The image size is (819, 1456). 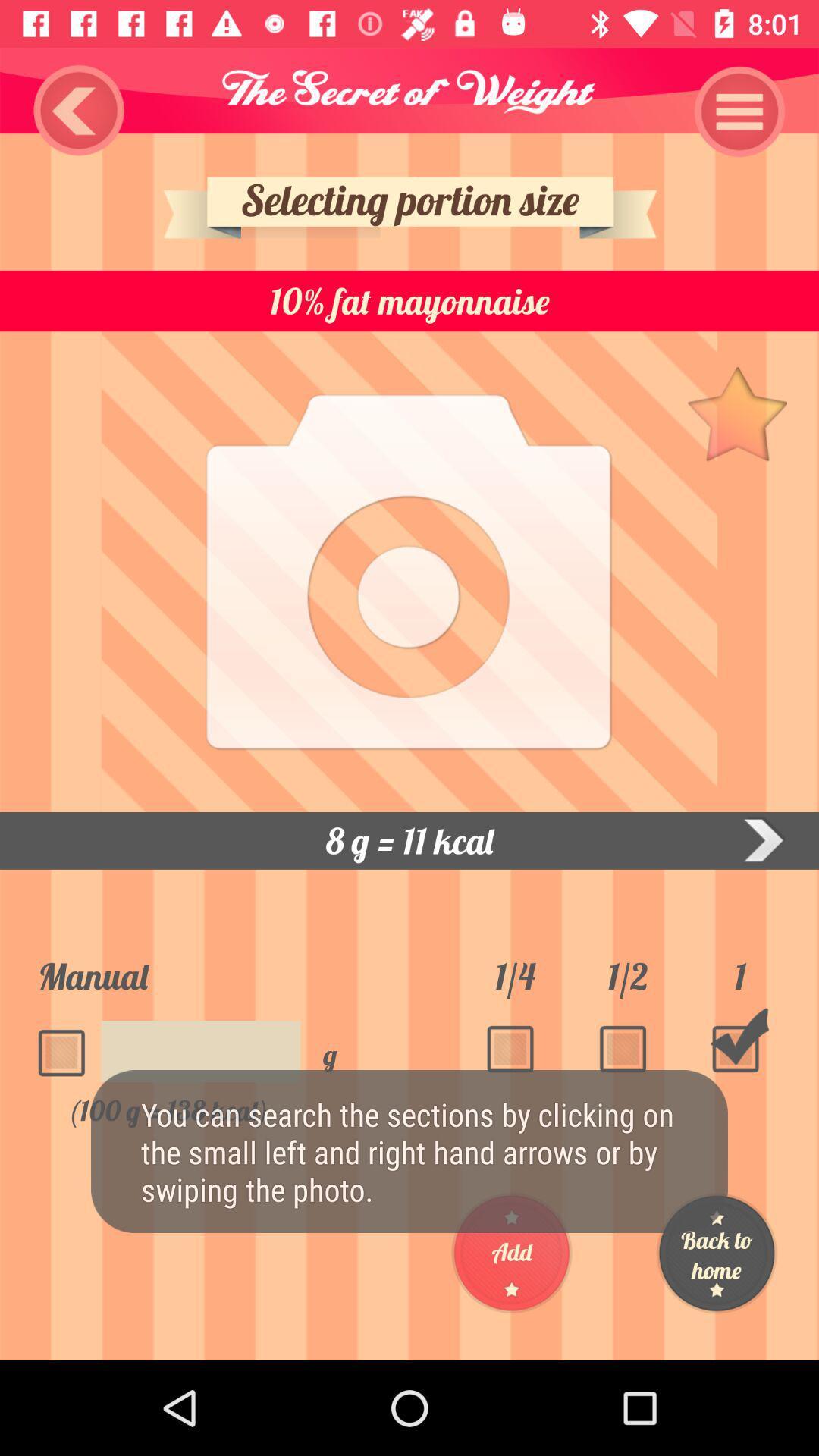 What do you see at coordinates (409, 89) in the screenshot?
I see `move to text which is above the selecting portion size` at bounding box center [409, 89].